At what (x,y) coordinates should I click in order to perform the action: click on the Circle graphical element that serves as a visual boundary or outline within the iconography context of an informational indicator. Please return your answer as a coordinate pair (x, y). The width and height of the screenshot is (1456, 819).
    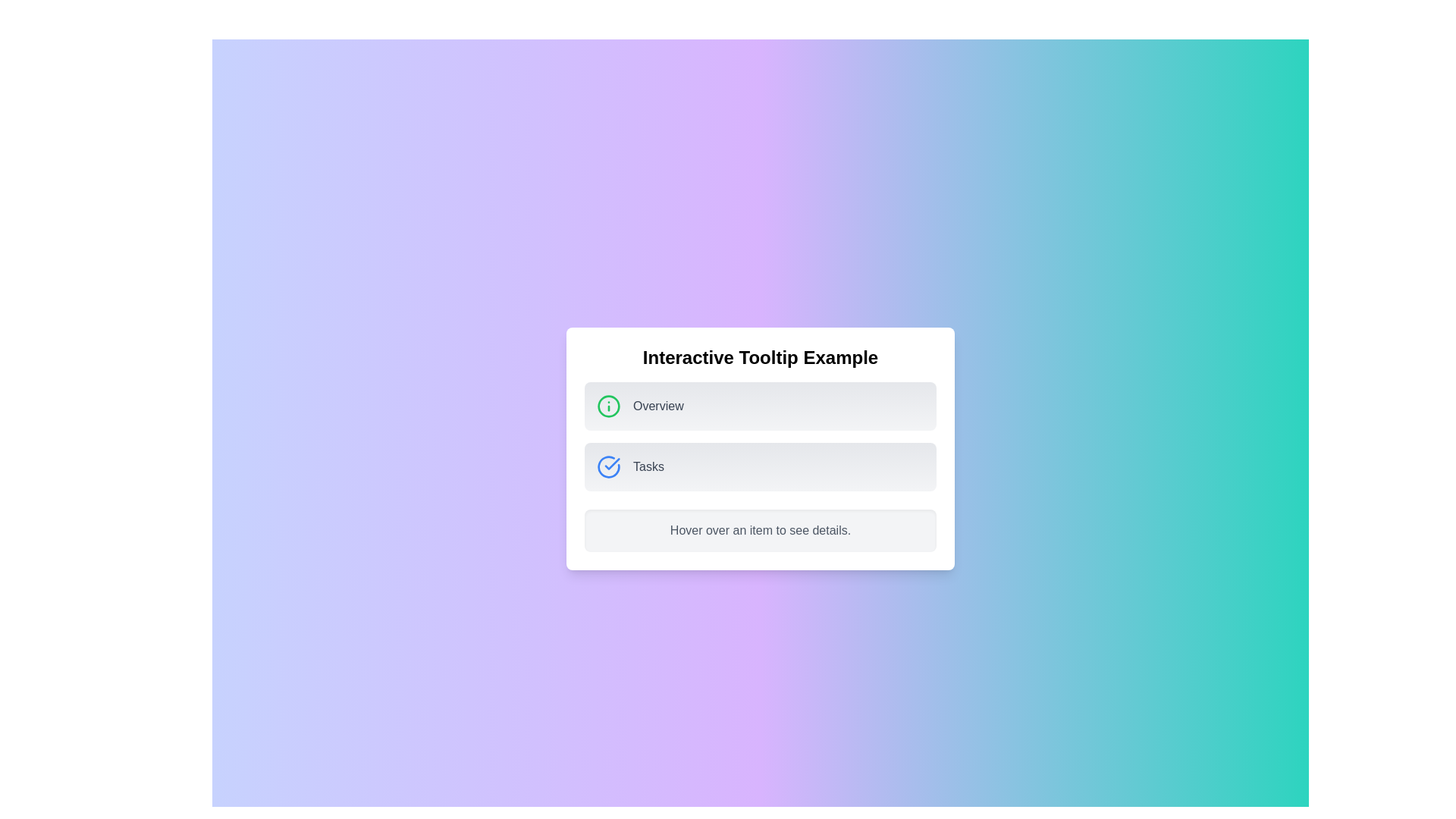
    Looking at the image, I should click on (608, 406).